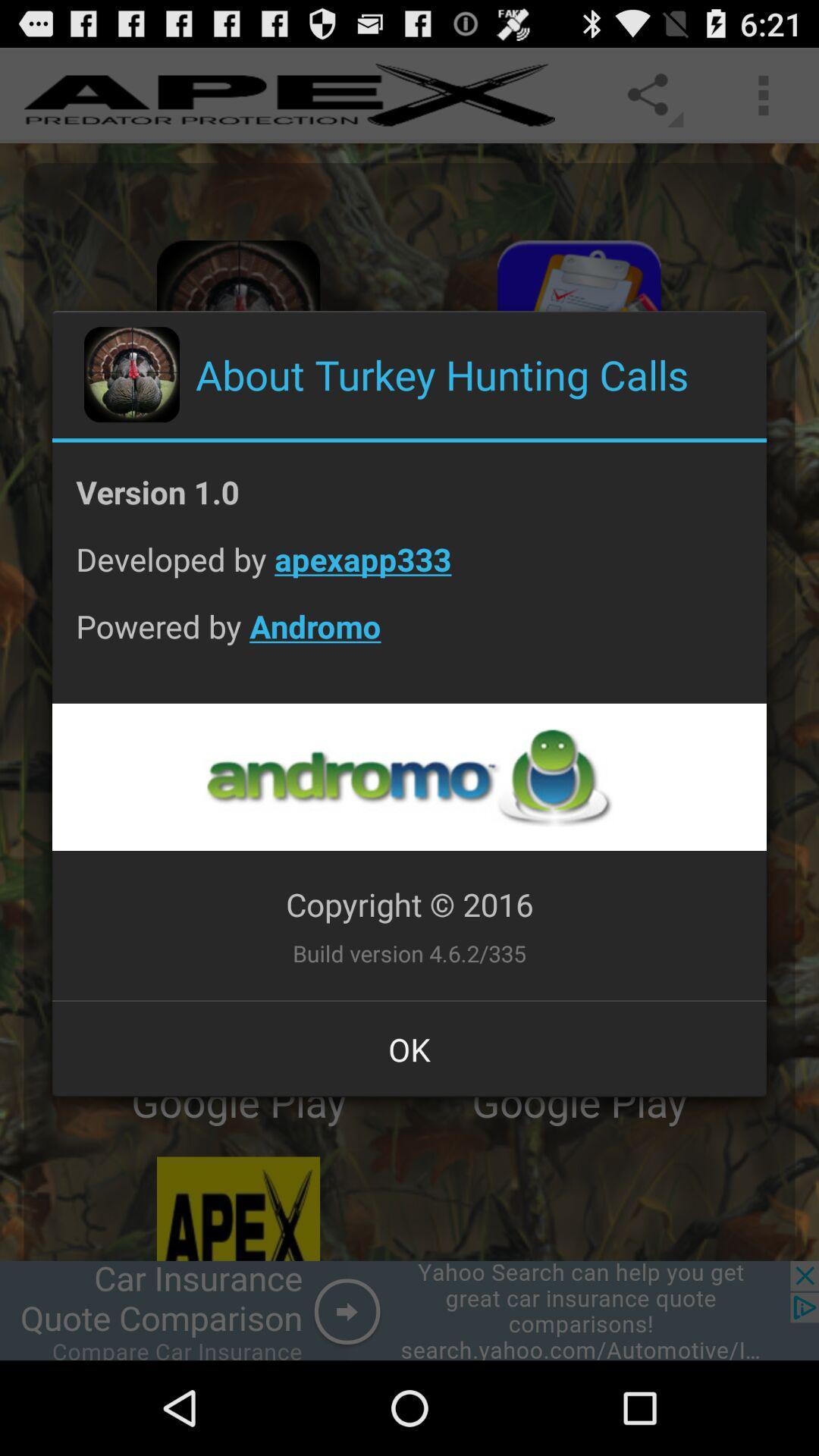 The width and height of the screenshot is (819, 1456). Describe the element at coordinates (409, 638) in the screenshot. I see `the app below the developed by apexapp333 item` at that location.